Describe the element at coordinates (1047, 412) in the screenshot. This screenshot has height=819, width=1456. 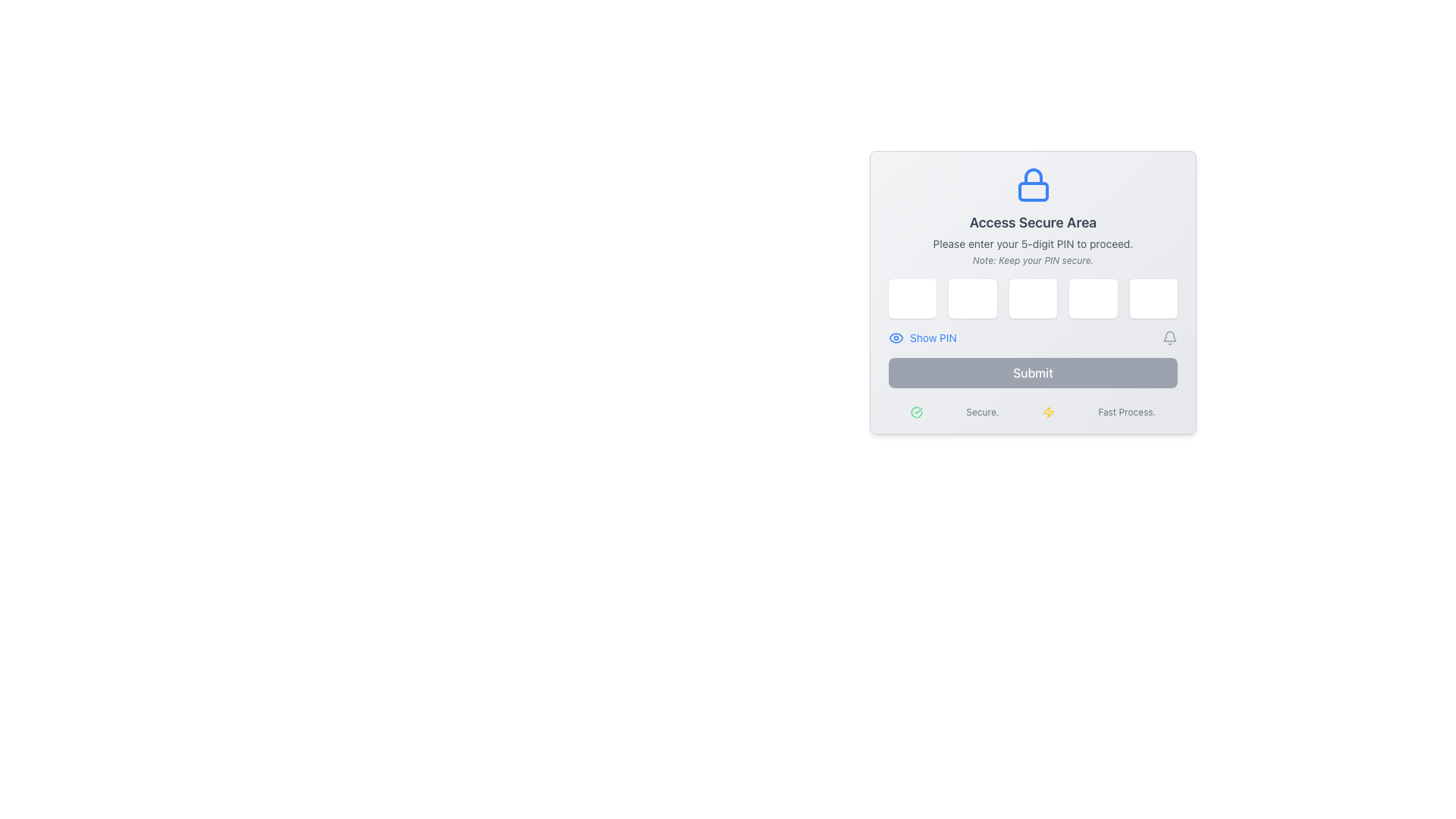
I see `the second icon from the left in the row of icons, located beneath the main input and 'Submit' button, to gather information about the 'Fast Process' functionality` at that location.